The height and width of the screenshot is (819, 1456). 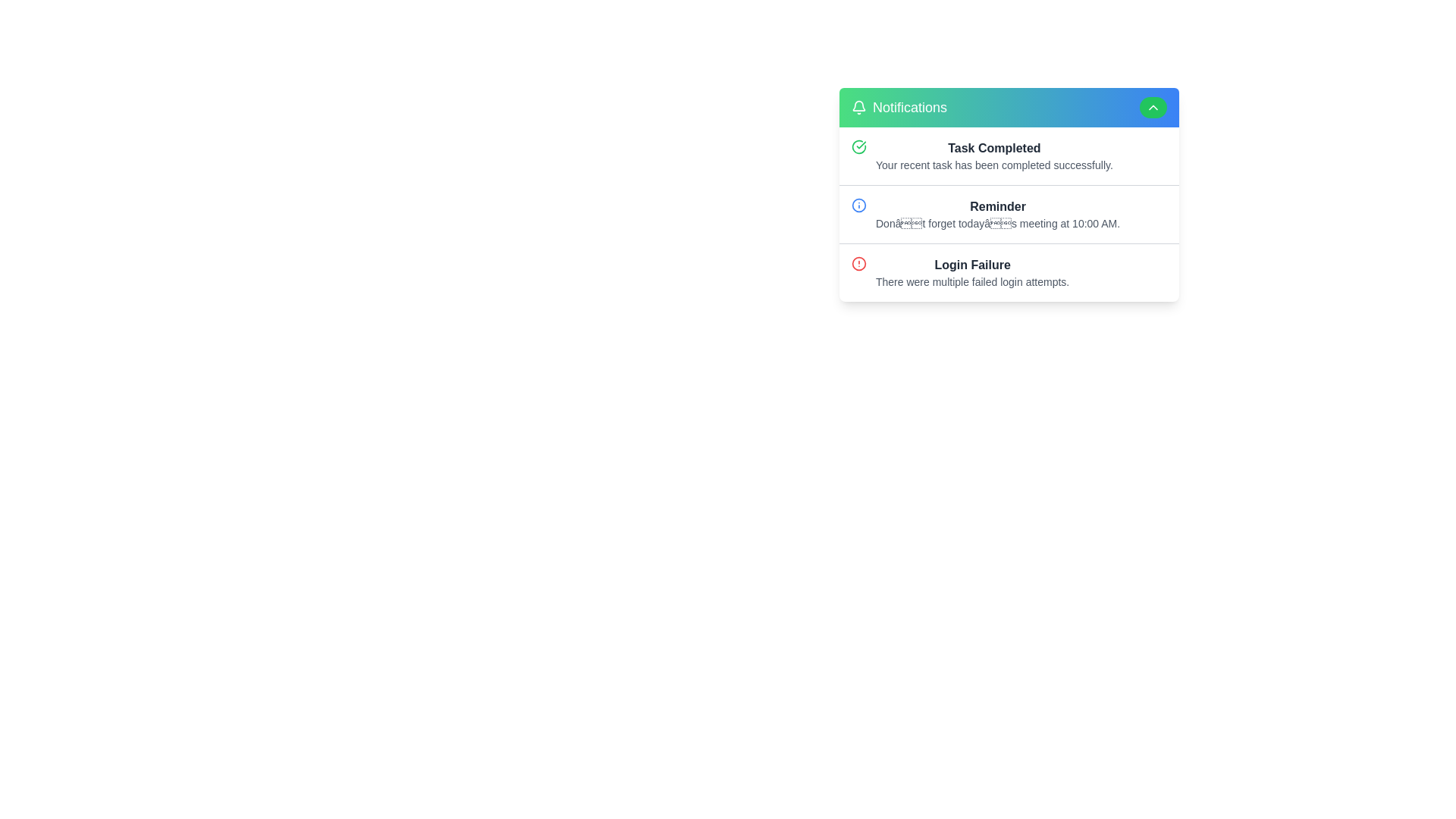 I want to click on the bold text stating 'Task Completed' located at the top of the notification card in the notification panel, so click(x=994, y=149).